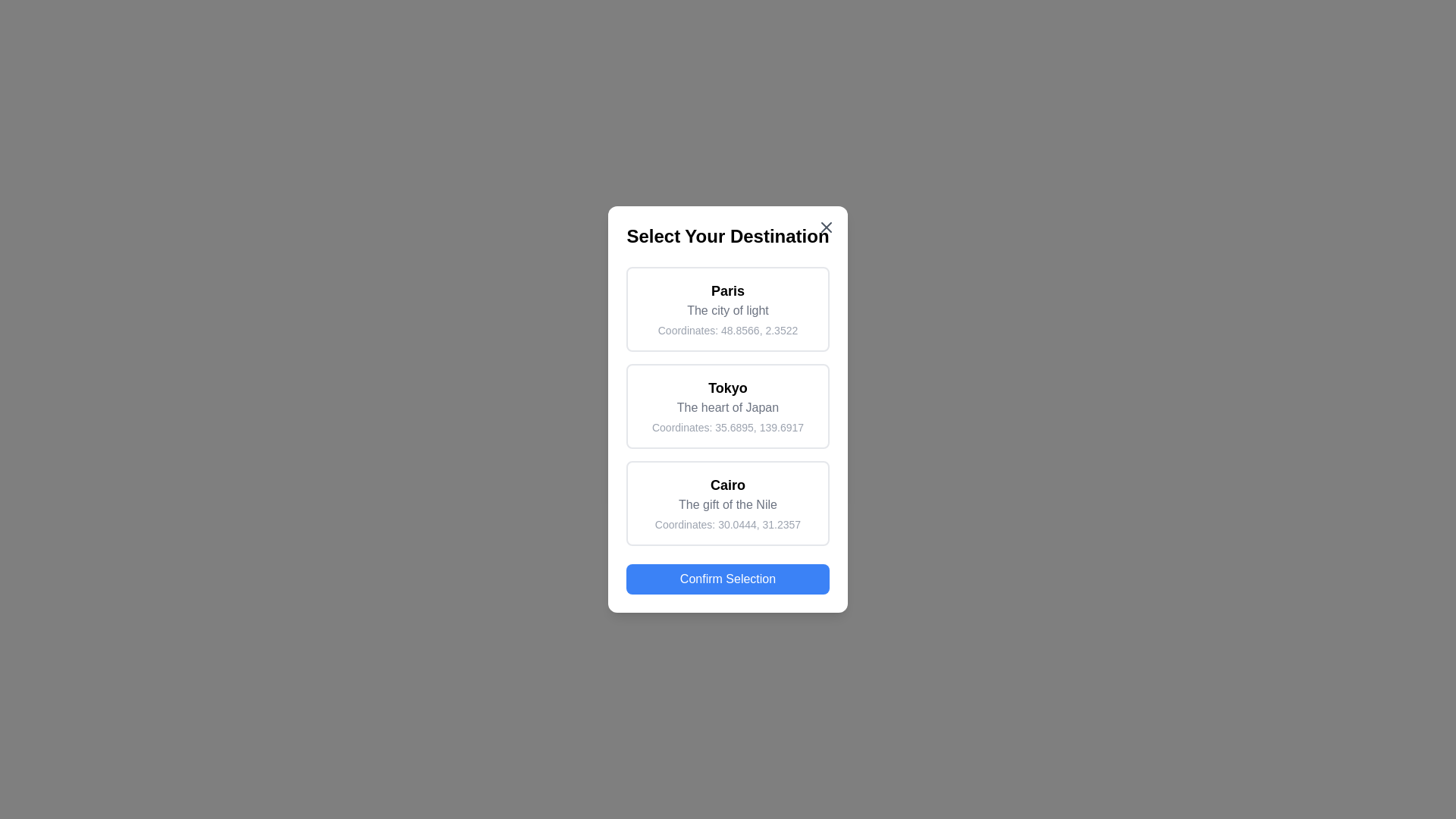  Describe the element at coordinates (728, 406) in the screenshot. I see `the destination card for Tokyo` at that location.